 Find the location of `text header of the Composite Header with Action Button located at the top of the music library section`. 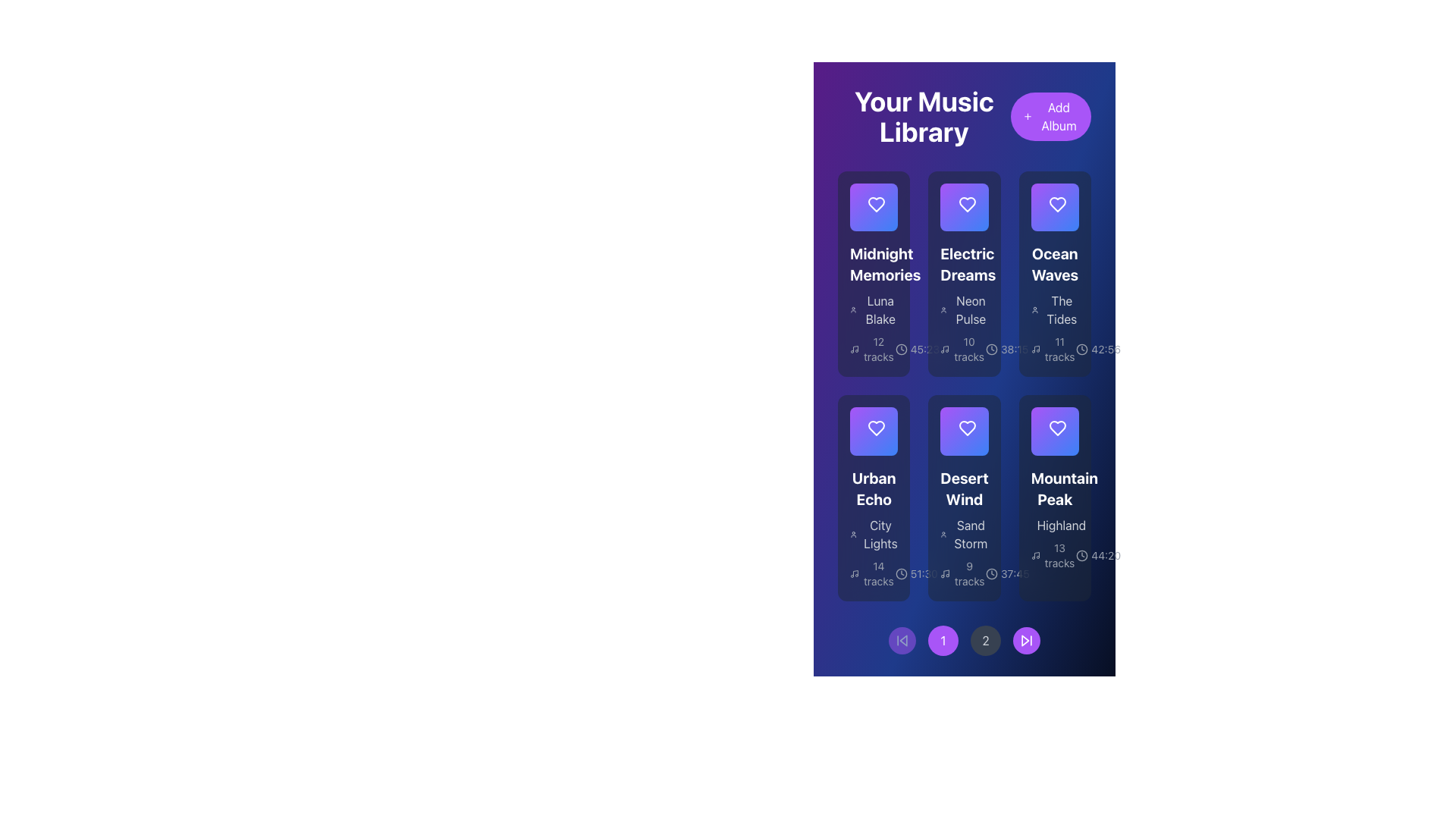

text header of the Composite Header with Action Button located at the top of the music library section is located at coordinates (964, 116).